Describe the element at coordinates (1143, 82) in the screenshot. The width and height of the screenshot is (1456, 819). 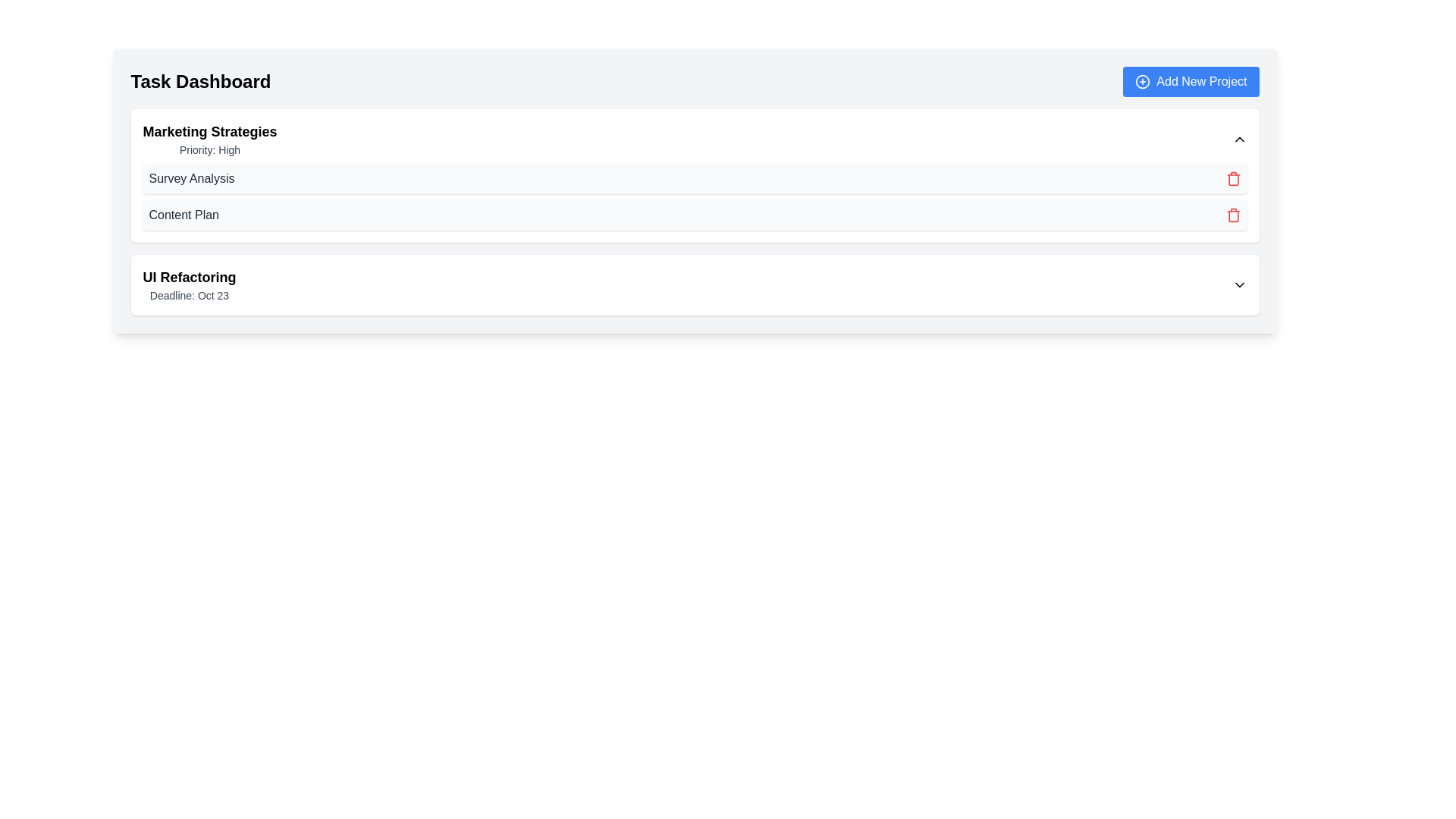
I see `the icon located just left of the 'Add New Project' button` at that location.